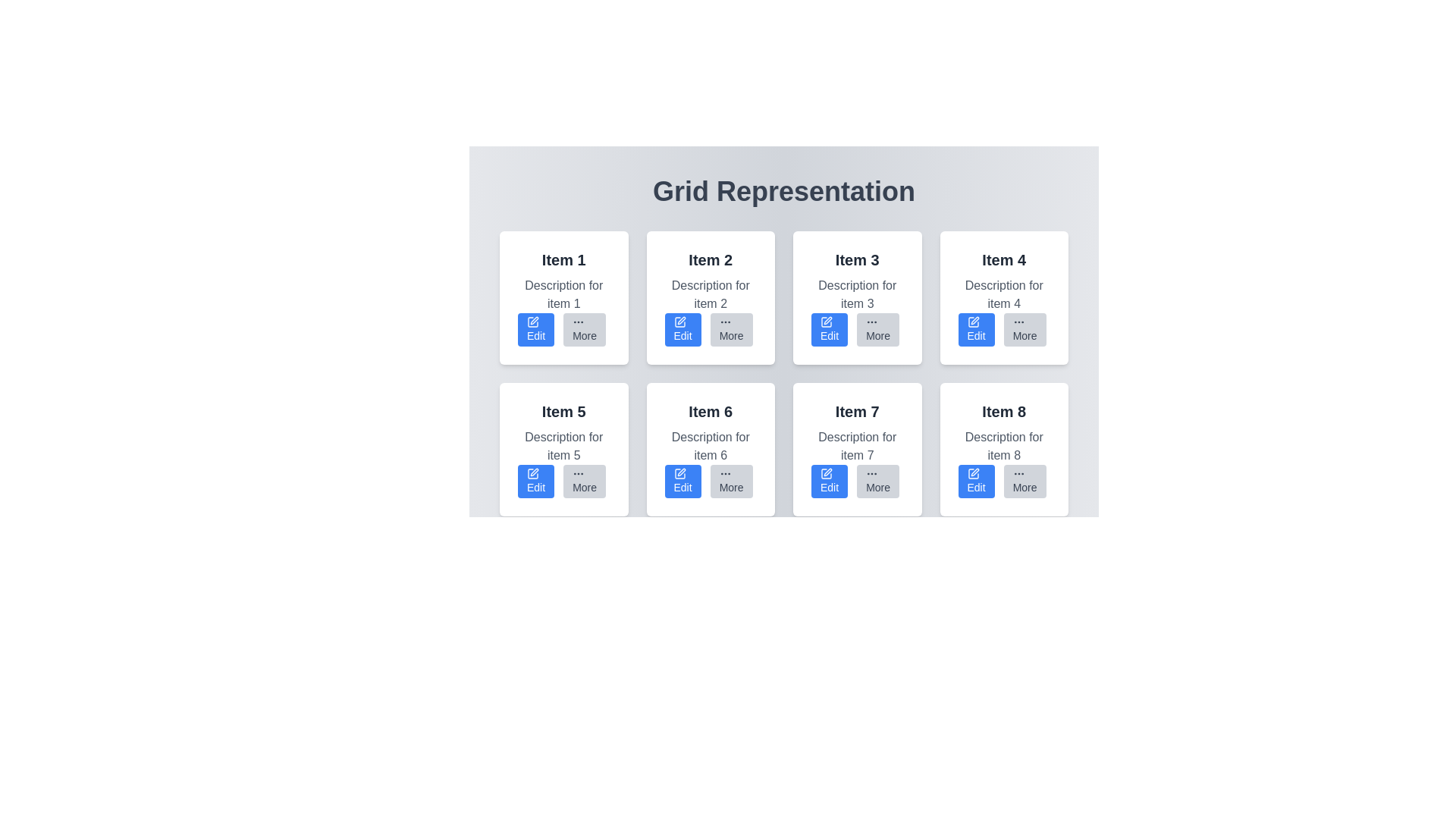 This screenshot has width=1456, height=819. What do you see at coordinates (710, 298) in the screenshot?
I see `the Card component displaying information and actions related to 'Item 2', which is located in the second column of the first row of the grid layout` at bounding box center [710, 298].